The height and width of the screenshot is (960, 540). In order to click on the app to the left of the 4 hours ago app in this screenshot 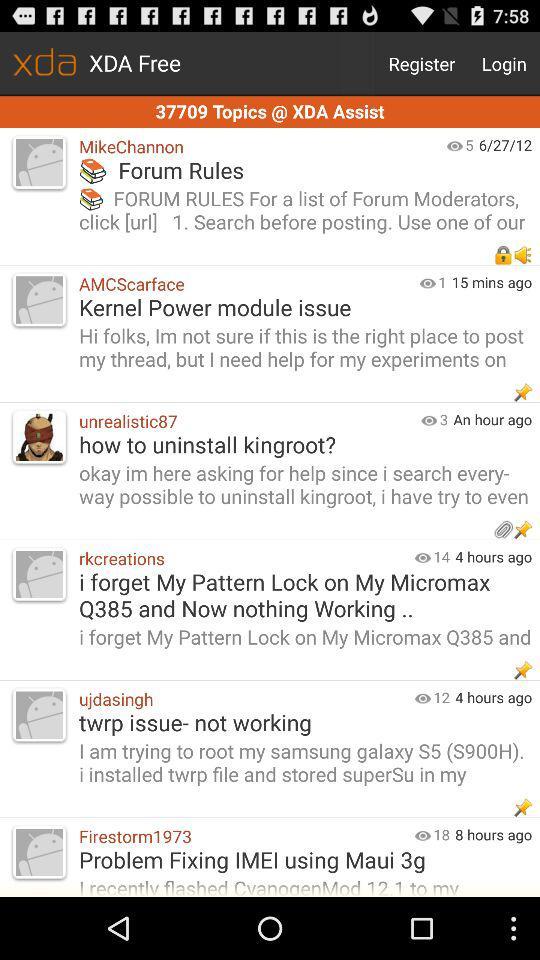, I will do `click(441, 556)`.